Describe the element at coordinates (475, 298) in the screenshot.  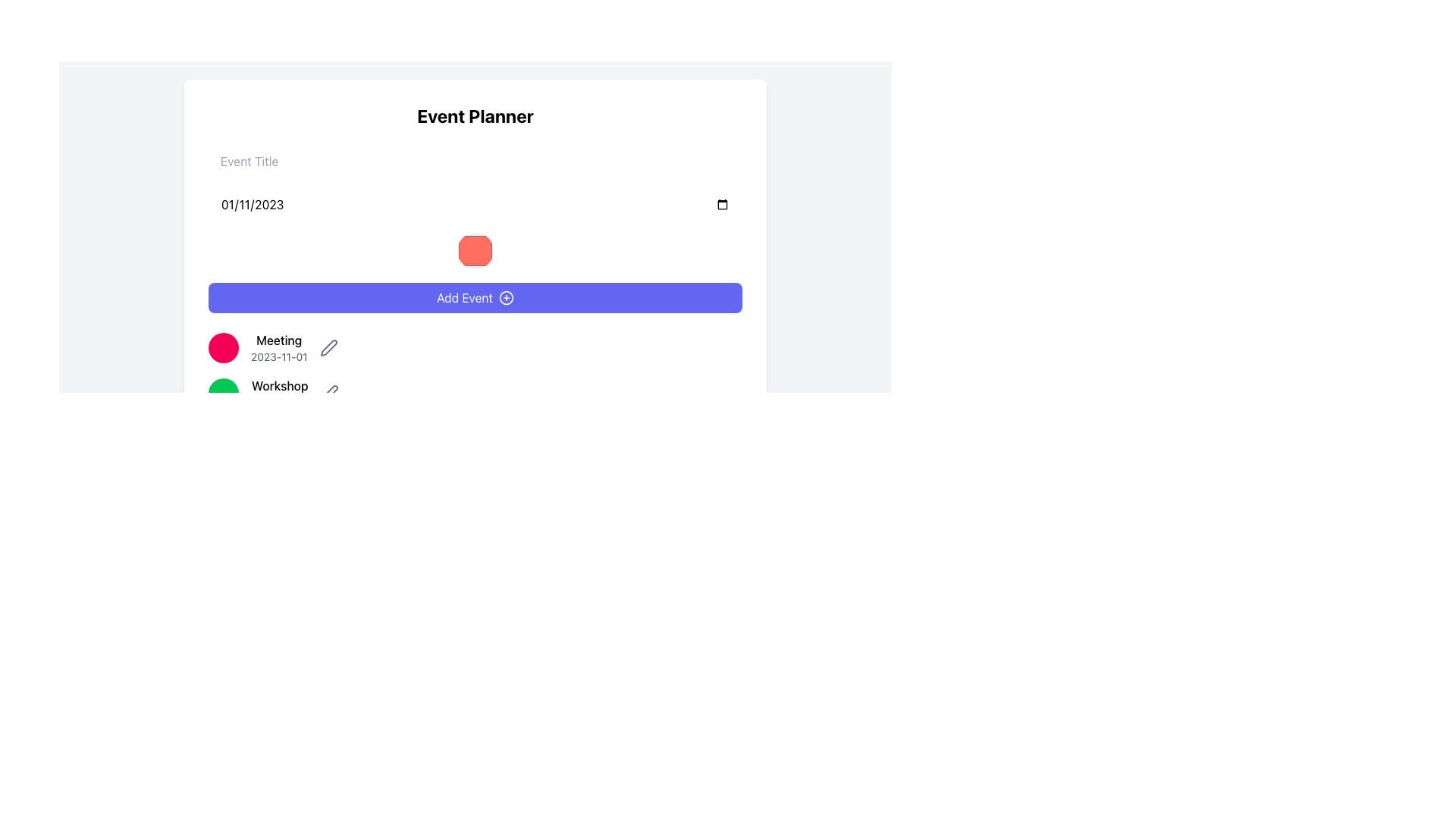
I see `the button located at the bottom of the 'Event Planner' section, centered horizontally, to initiate an action for adding a new event` at that location.